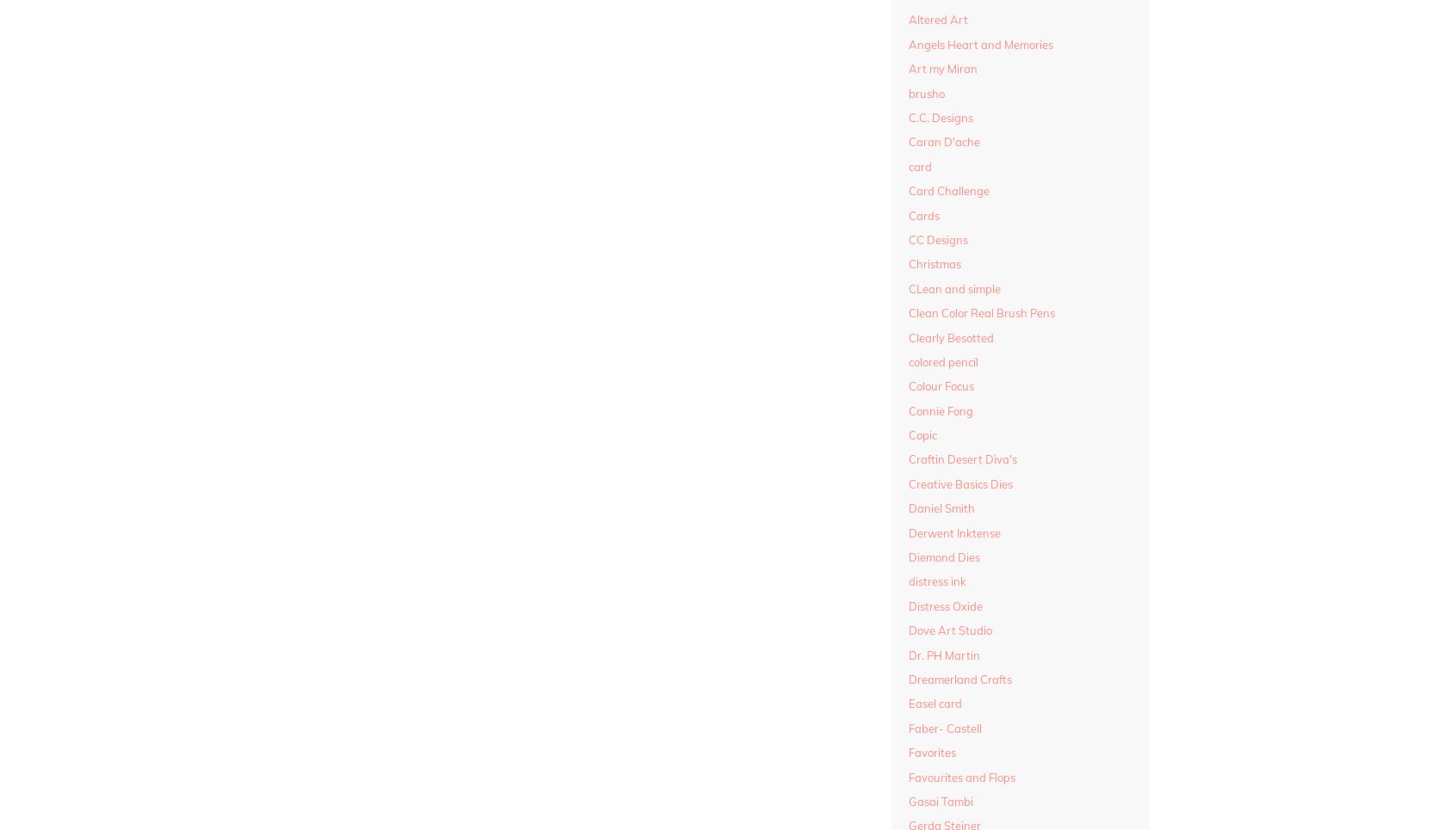  What do you see at coordinates (979, 43) in the screenshot?
I see `'Angels Heart and Memories'` at bounding box center [979, 43].